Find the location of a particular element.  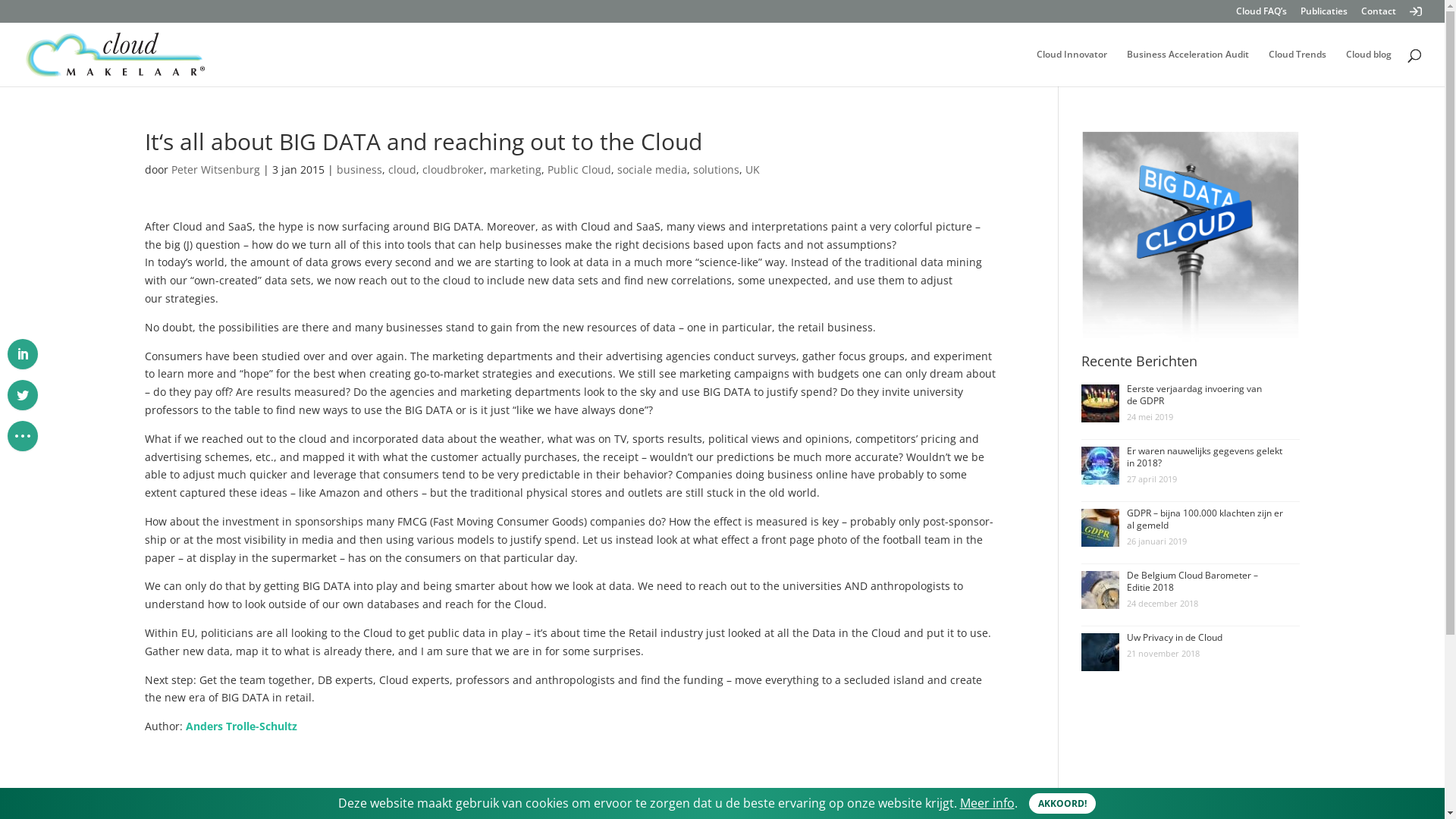

'Contact' is located at coordinates (1379, 14).